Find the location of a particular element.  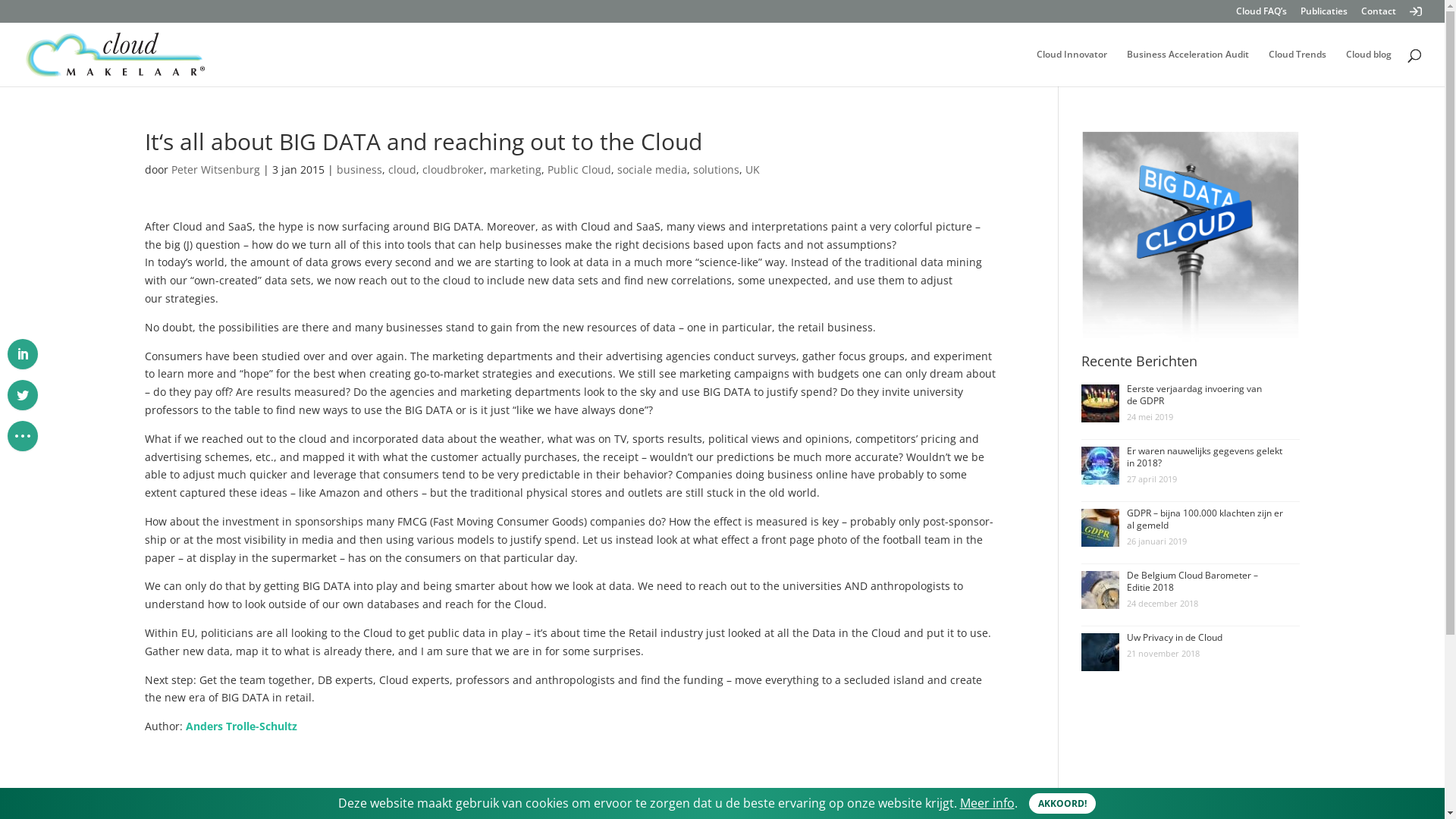

'Contact' is located at coordinates (1379, 14).